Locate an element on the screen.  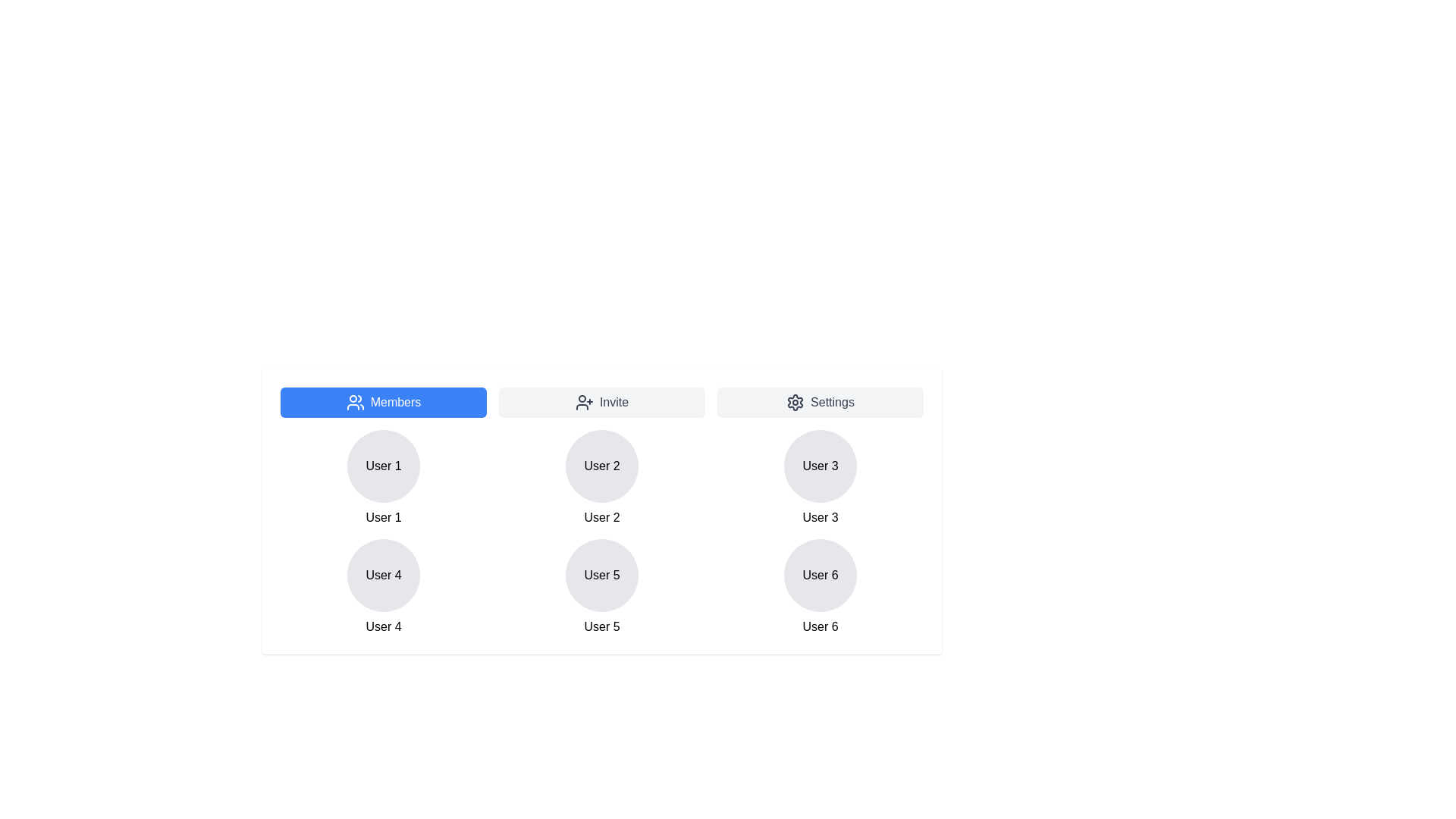
the circular button labeled 'User 2' with a light gray background, located in the 'Members' section is located at coordinates (601, 465).